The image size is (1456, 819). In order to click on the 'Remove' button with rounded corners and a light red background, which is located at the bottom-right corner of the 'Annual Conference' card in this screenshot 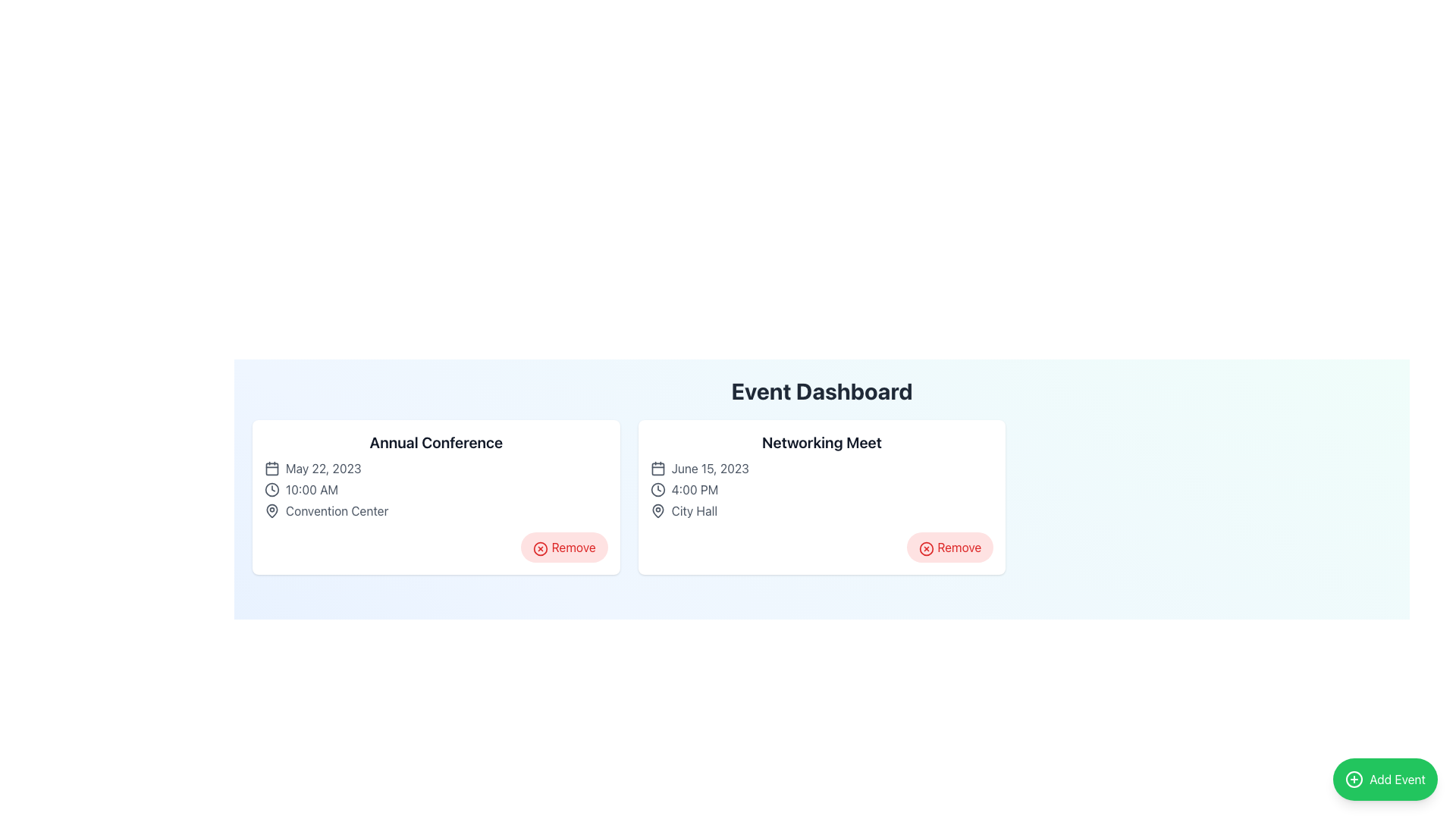, I will do `click(563, 547)`.